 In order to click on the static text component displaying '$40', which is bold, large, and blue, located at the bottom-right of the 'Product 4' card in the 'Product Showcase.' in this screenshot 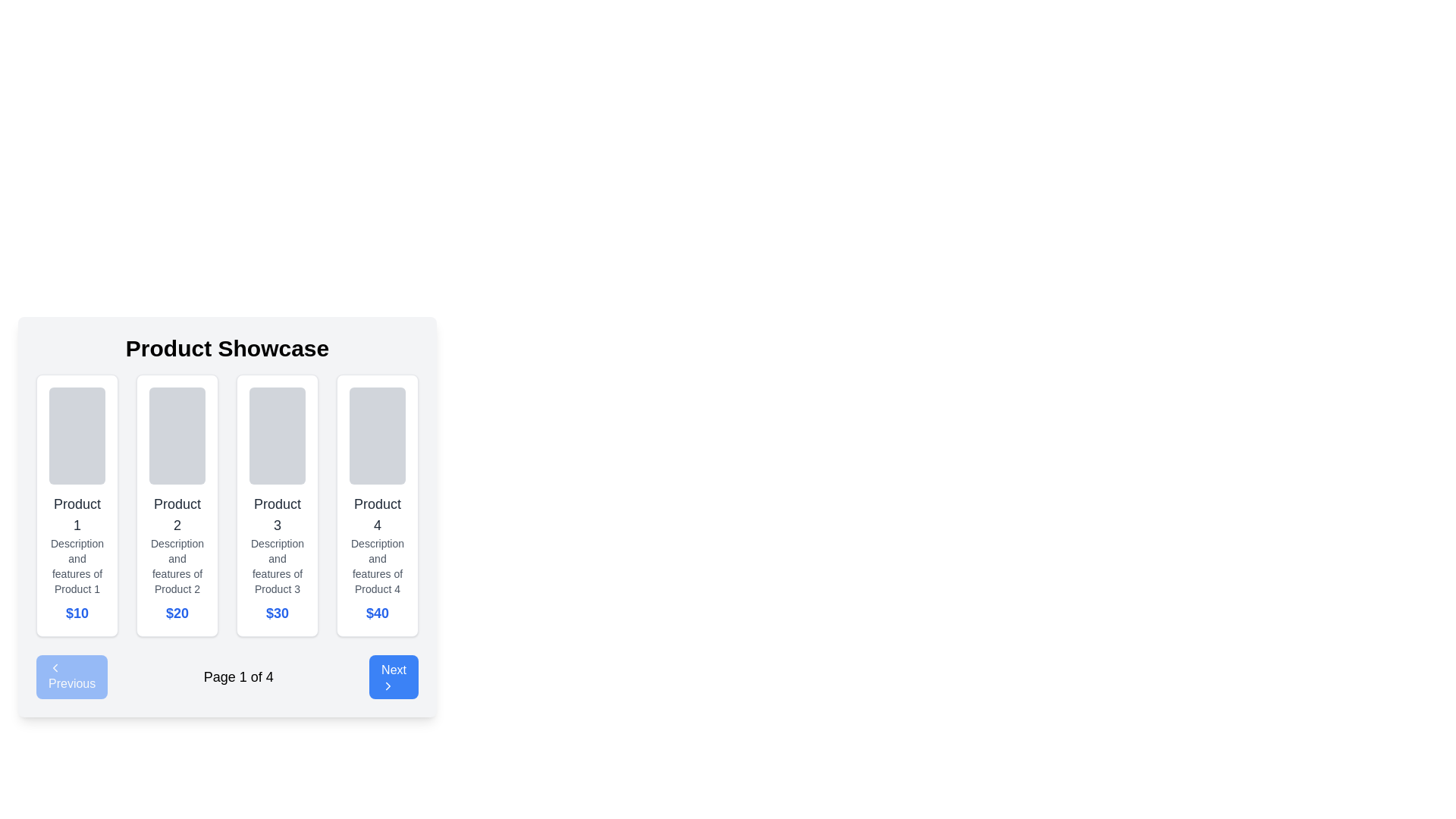, I will do `click(378, 613)`.